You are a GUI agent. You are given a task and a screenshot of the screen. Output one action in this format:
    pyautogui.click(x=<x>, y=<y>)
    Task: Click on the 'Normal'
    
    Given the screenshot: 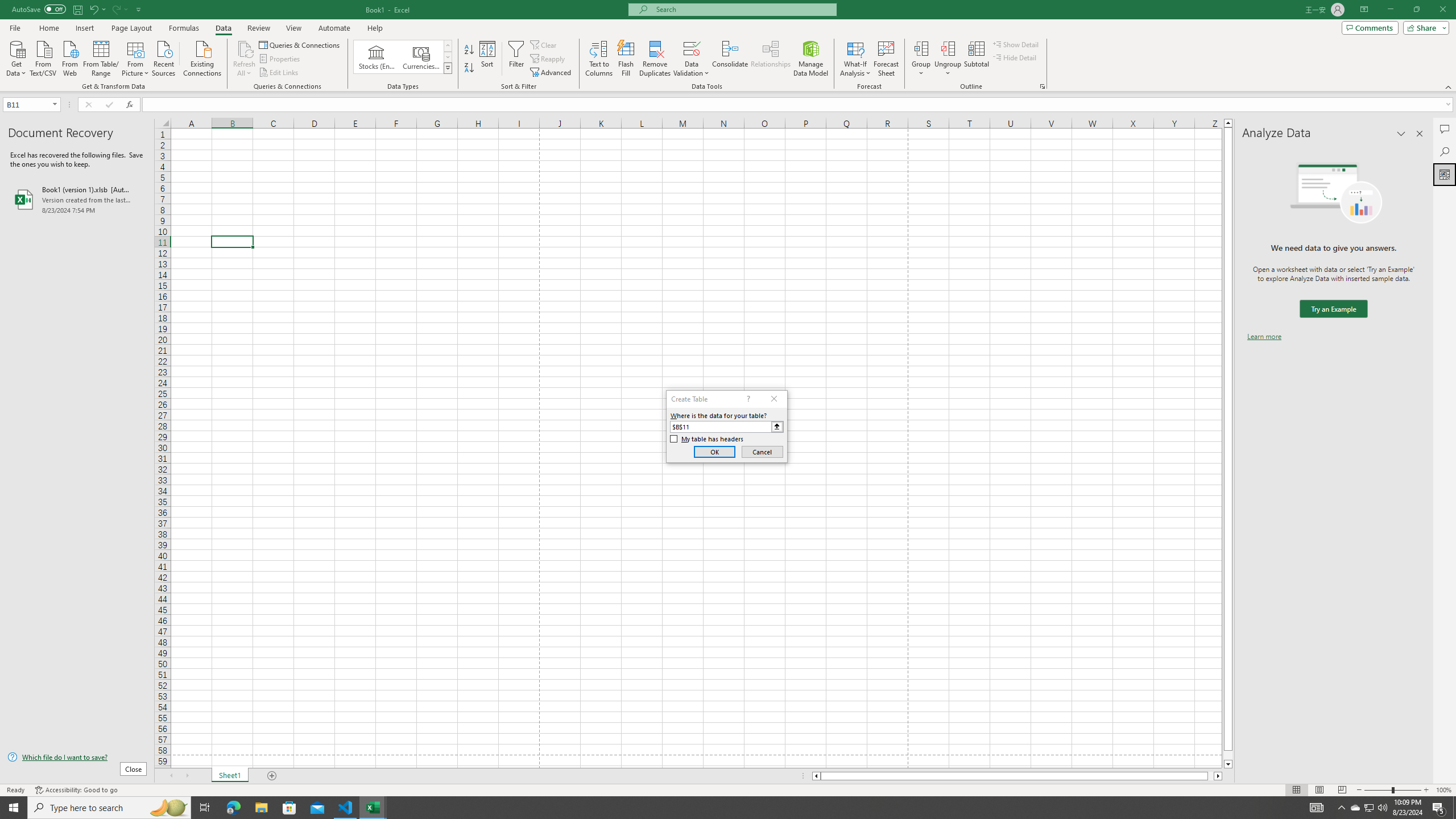 What is the action you would take?
    pyautogui.click(x=1296, y=790)
    